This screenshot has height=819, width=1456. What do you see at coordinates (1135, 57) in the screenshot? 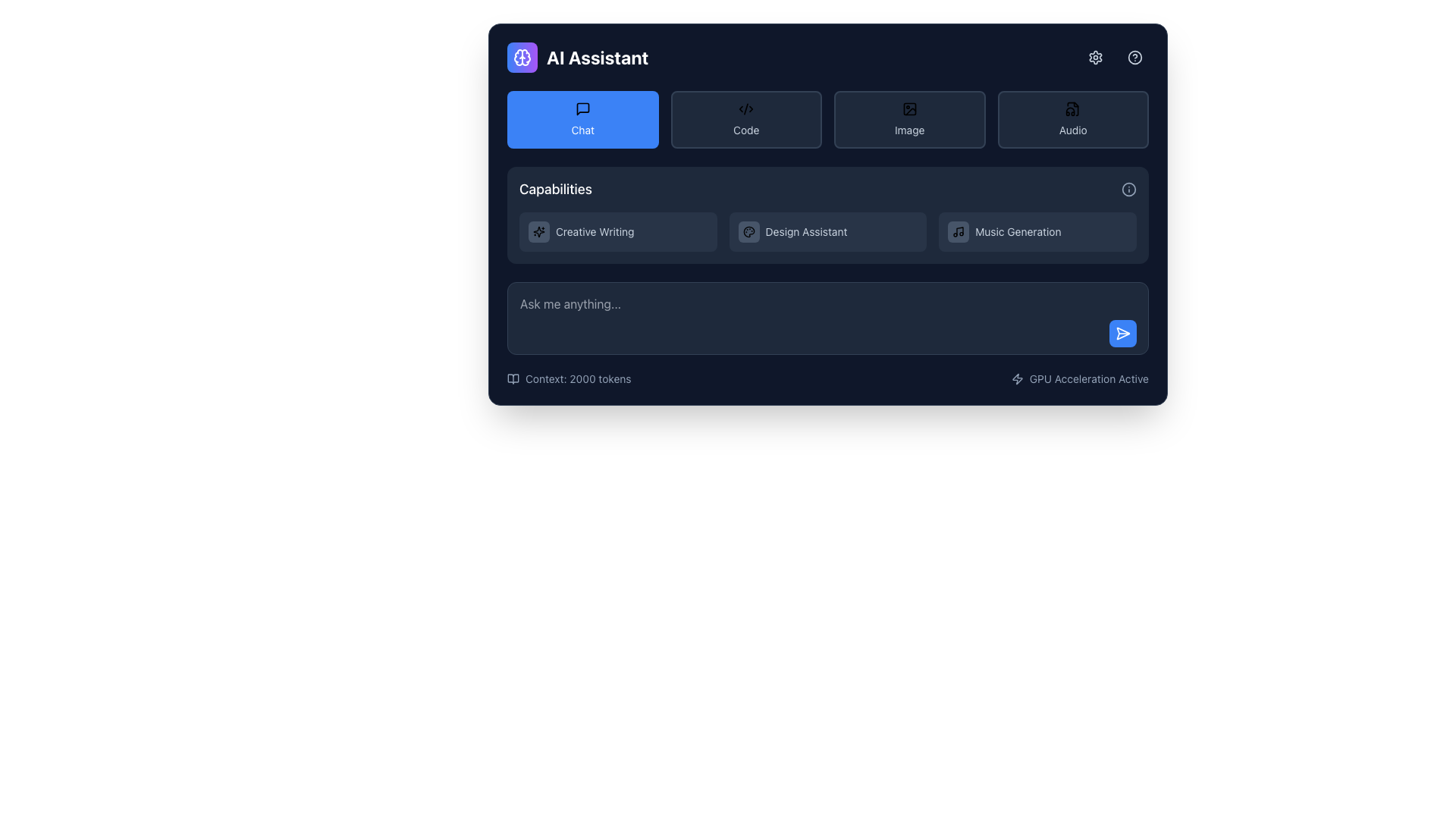
I see `the decorative circle element located in the top-right corner of the interface, which is part of an SVG graphic and serves as an icon for help or additional information` at bounding box center [1135, 57].